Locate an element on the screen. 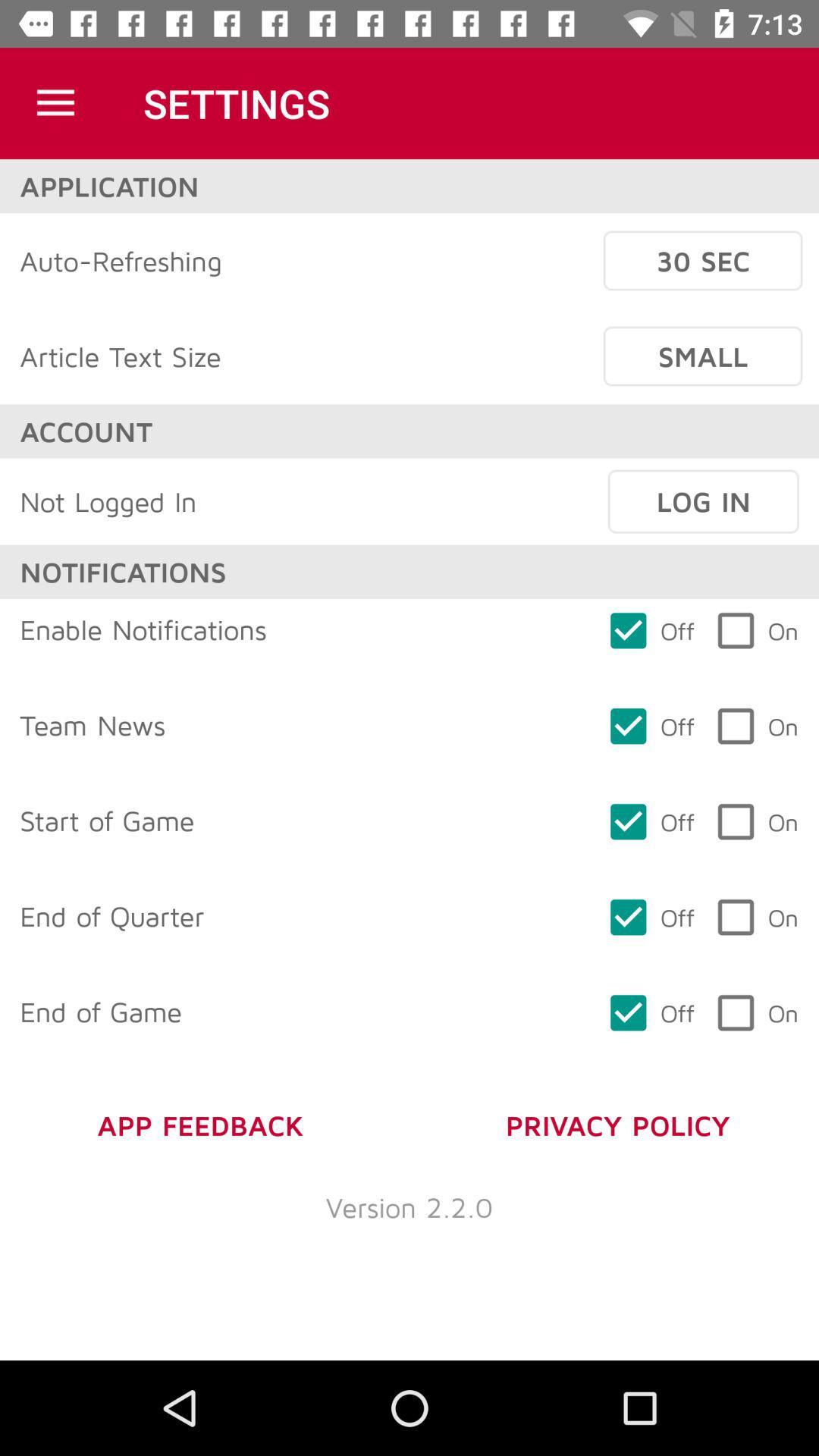 The image size is (819, 1456). icon to the right of not logged in item is located at coordinates (703, 501).